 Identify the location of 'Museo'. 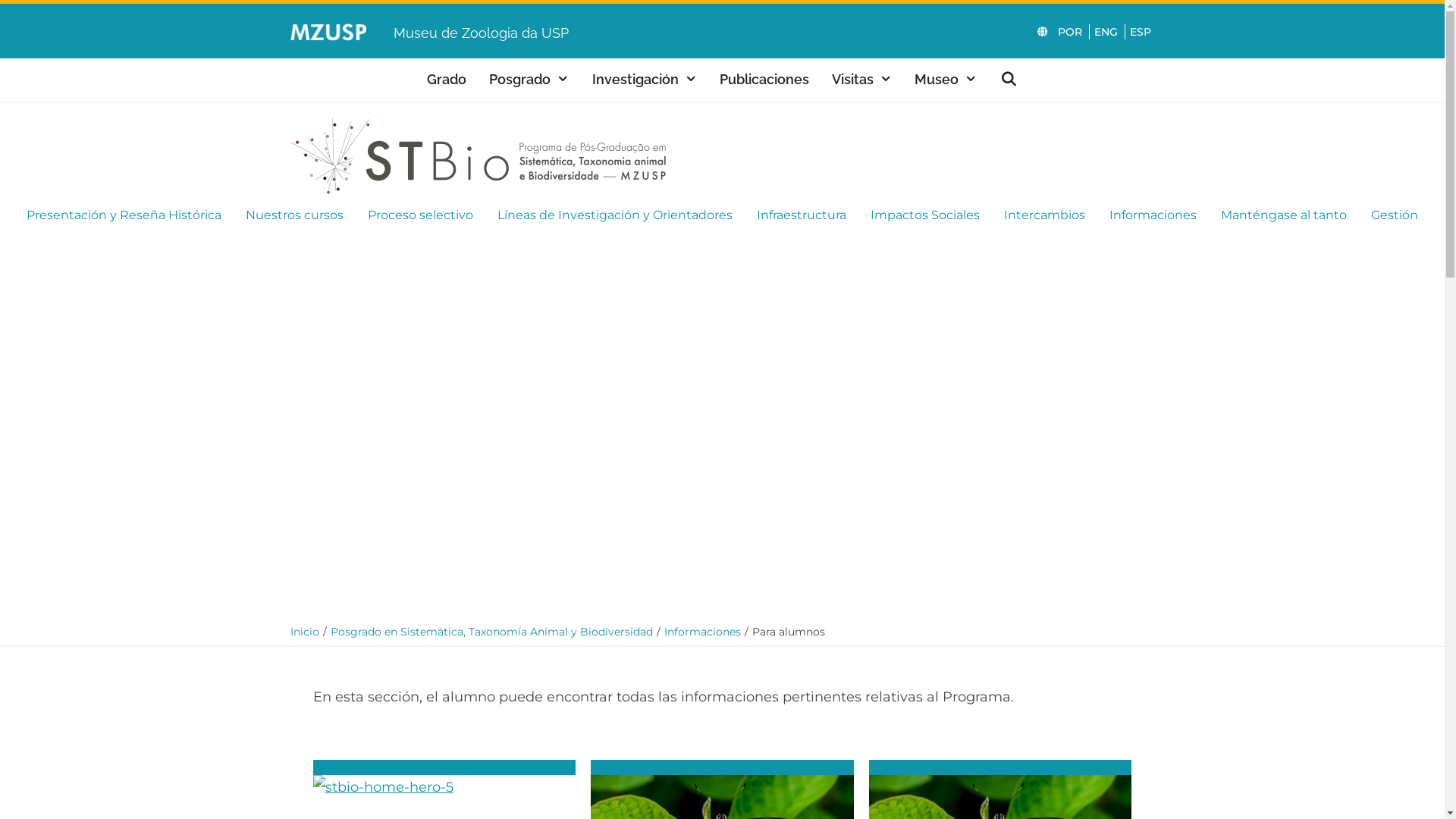
(945, 80).